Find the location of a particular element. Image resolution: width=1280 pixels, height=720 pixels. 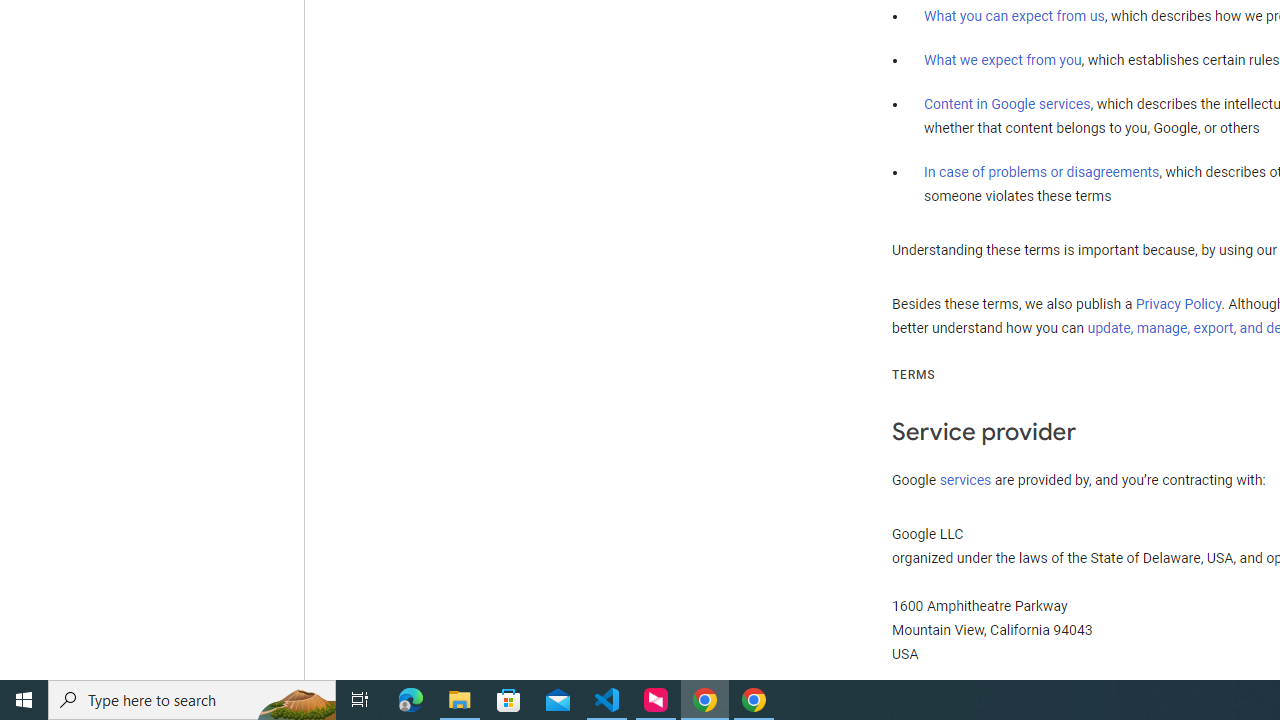

'What you can expect from us' is located at coordinates (1014, 16).